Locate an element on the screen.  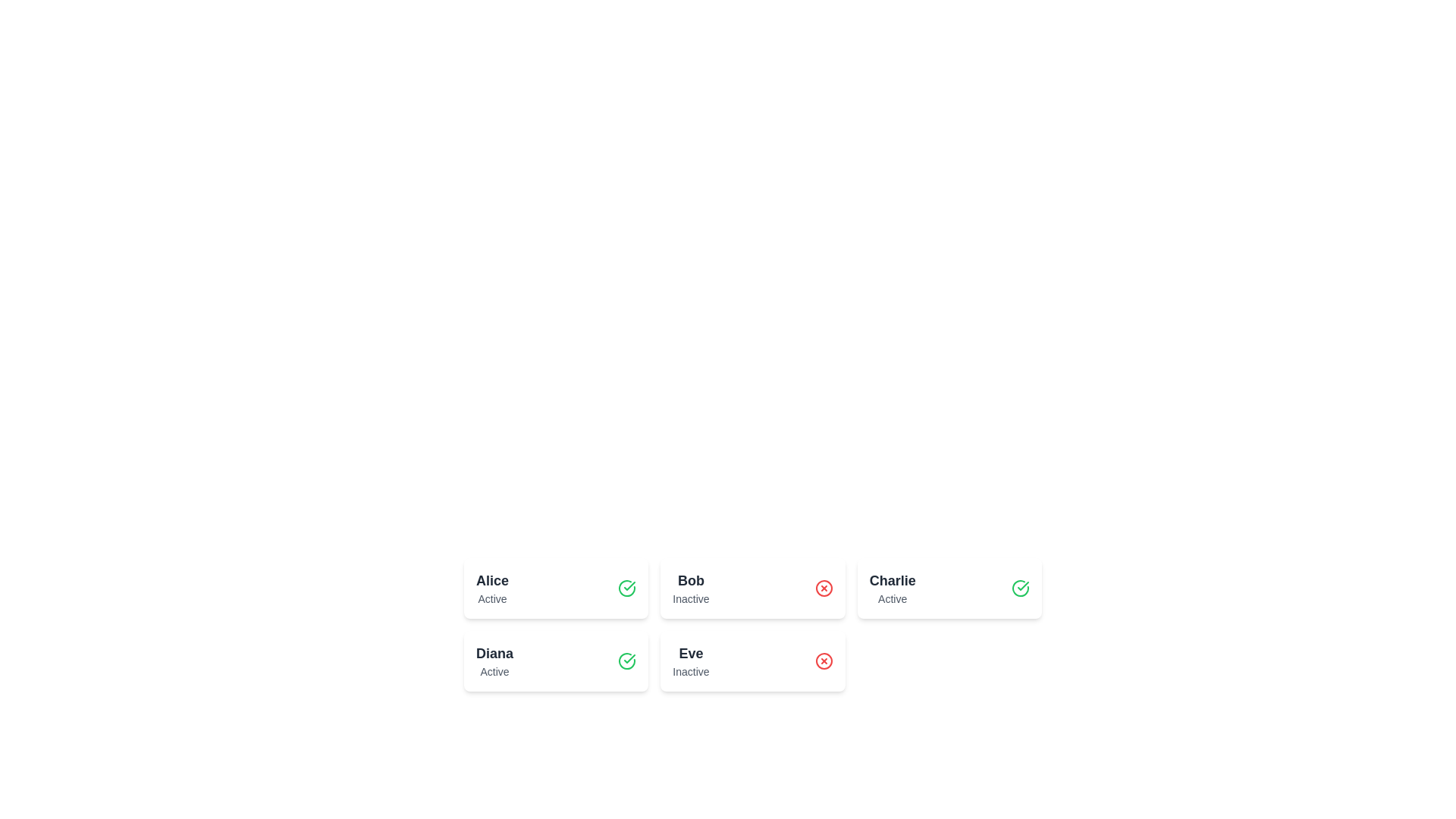
the green checkmark icon indicating success, located in the top-right corner of the 'Charlie' box is located at coordinates (1023, 585).